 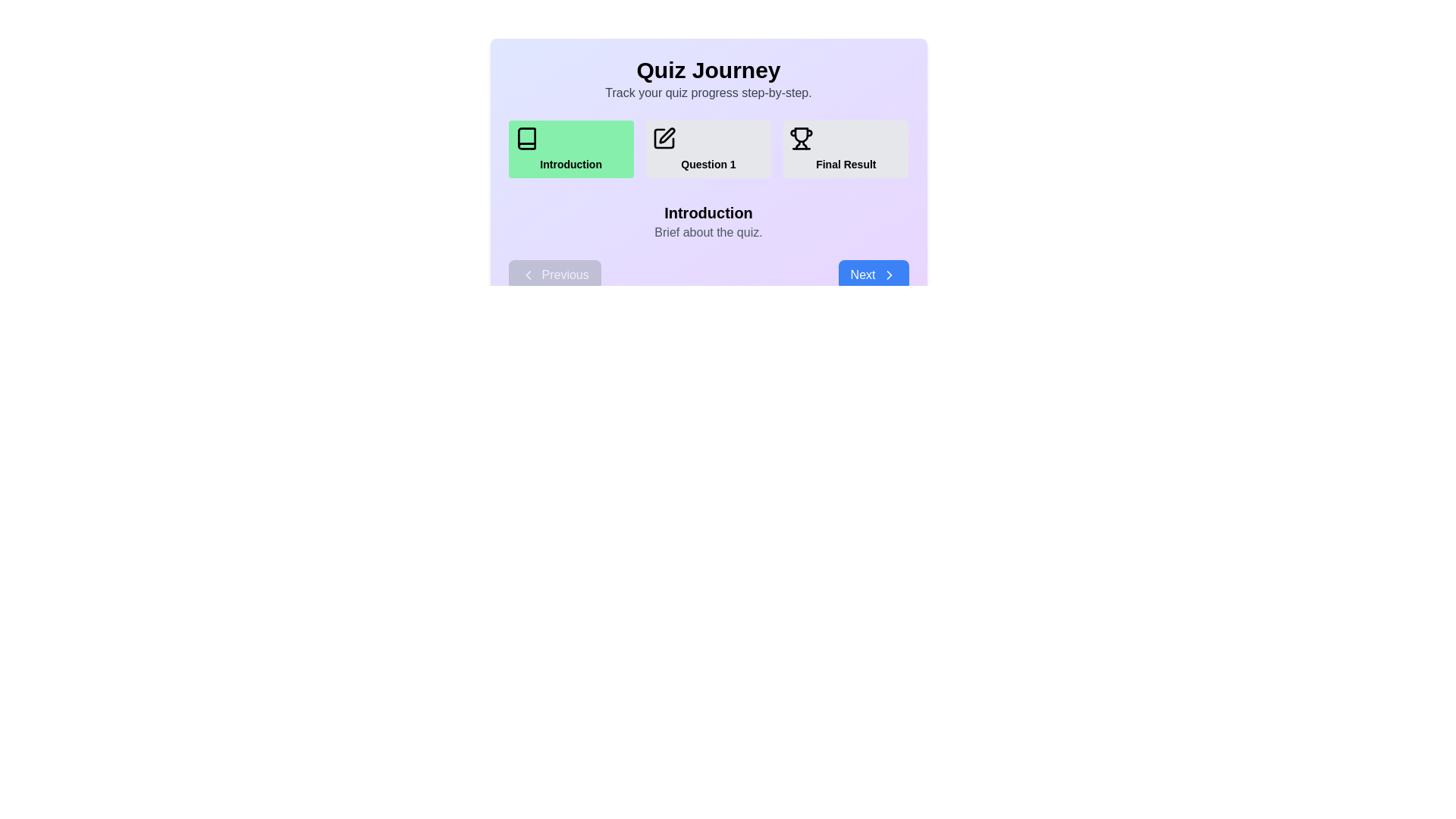 I want to click on the step icon labeled 'Question 1' to view its details, so click(x=708, y=149).